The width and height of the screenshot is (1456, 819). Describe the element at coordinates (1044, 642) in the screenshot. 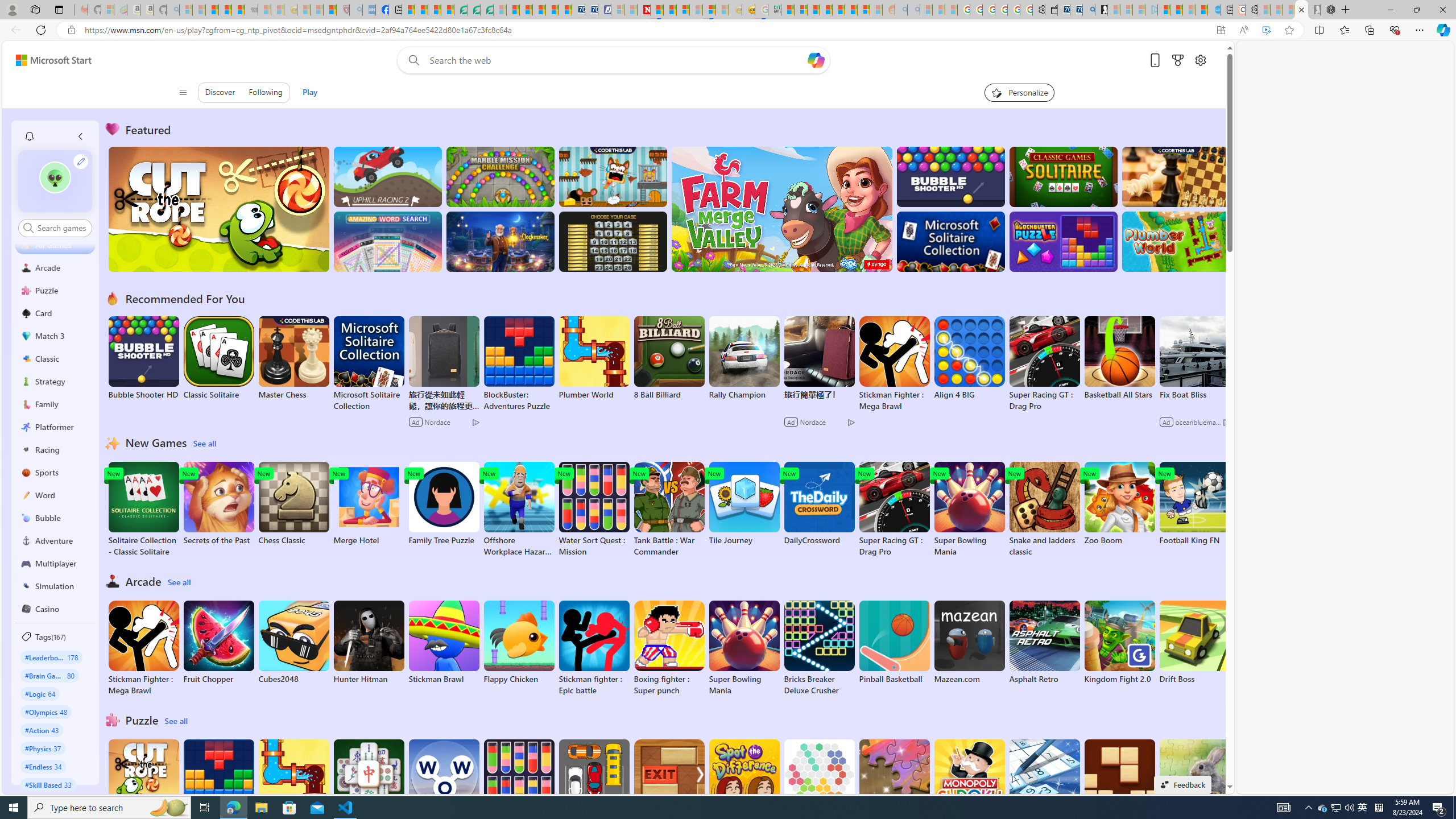

I see `'Asphalt Retro'` at that location.